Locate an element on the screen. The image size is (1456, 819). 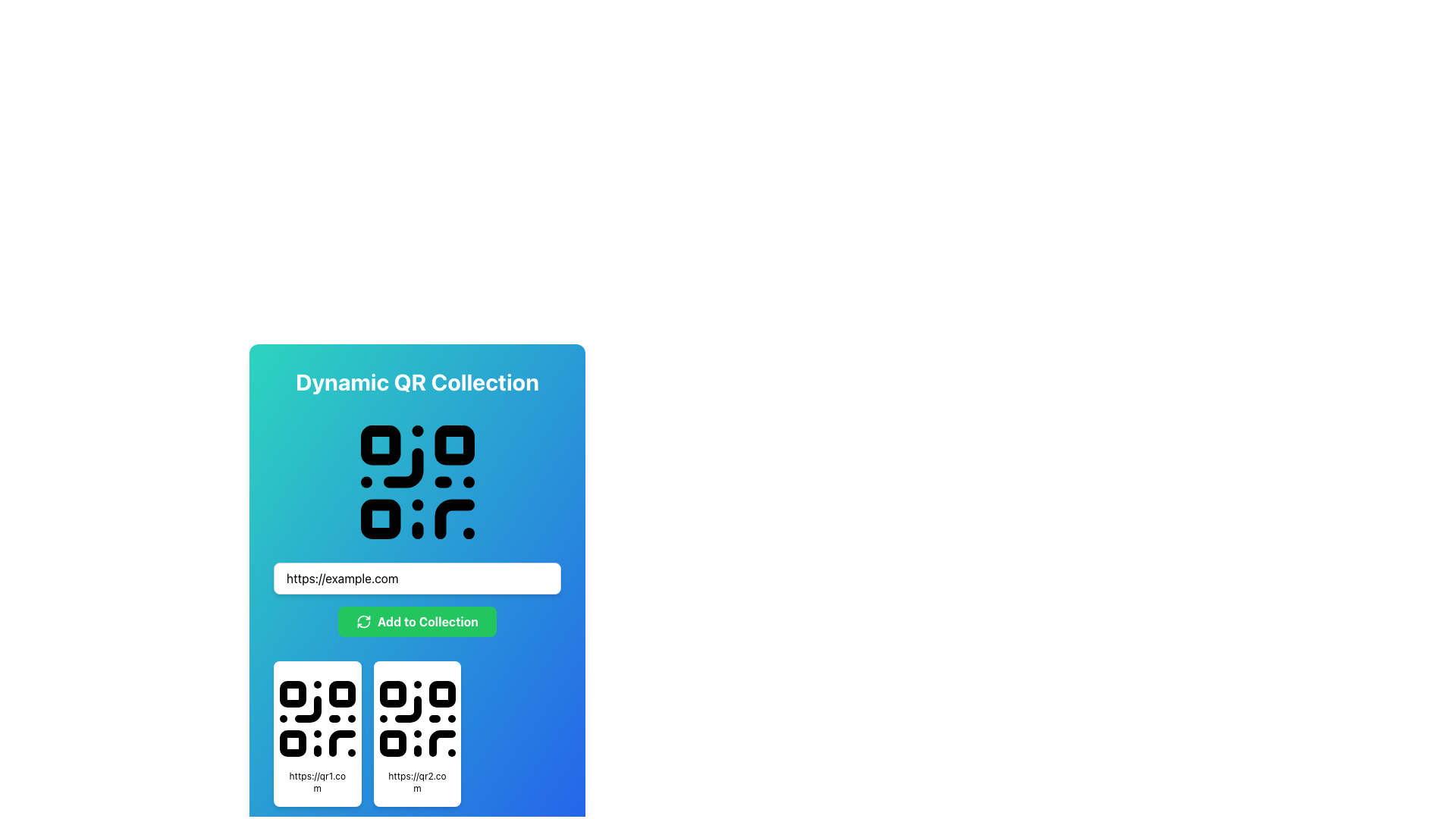
the static text label displaying the URL 'https://qr2.com', which is located beneath the QR code graphic in the second column of a two-column grid is located at coordinates (417, 783).